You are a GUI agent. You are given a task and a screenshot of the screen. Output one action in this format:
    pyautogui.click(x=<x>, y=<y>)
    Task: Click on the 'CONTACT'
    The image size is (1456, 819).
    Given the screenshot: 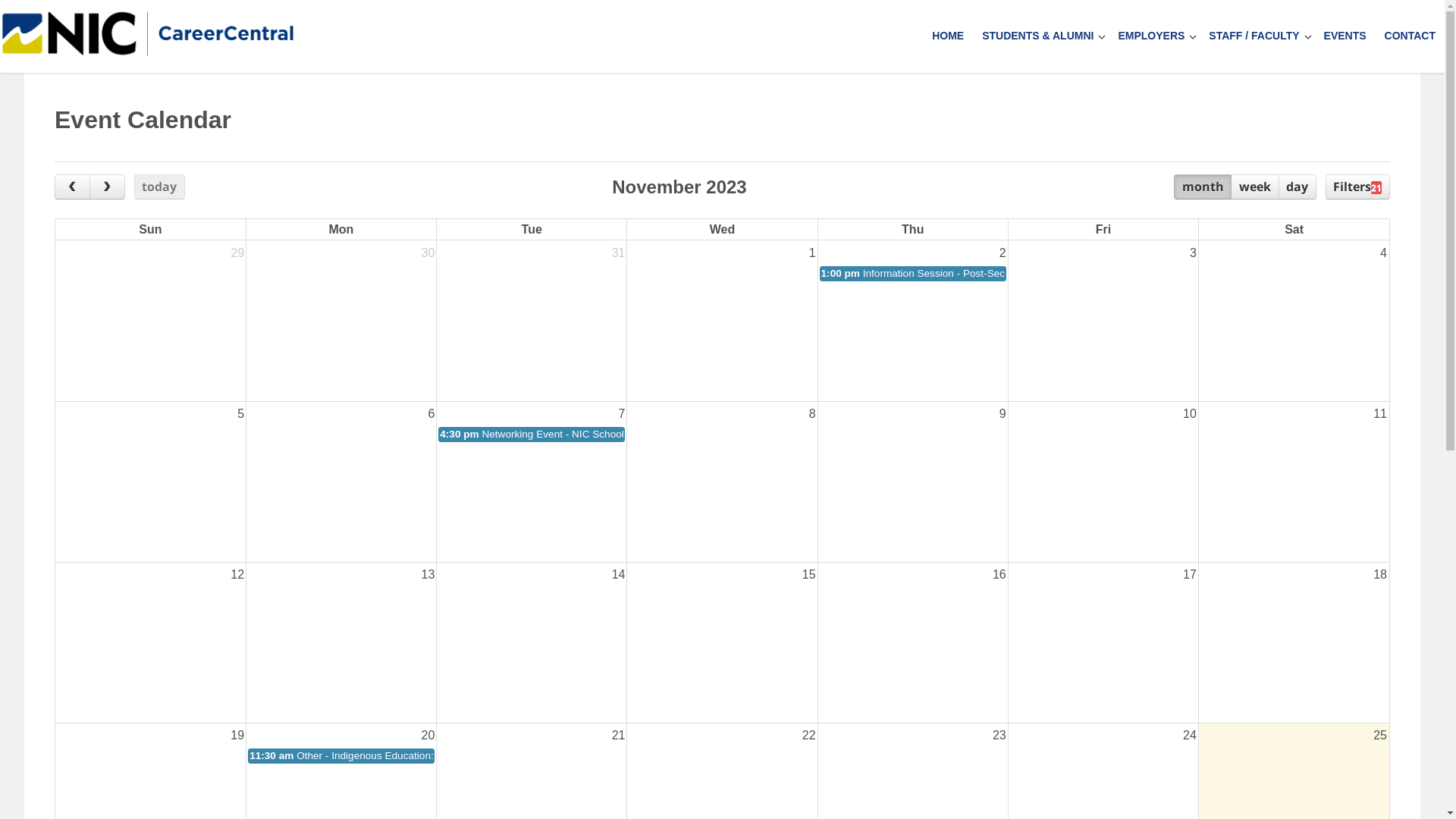 What is the action you would take?
    pyautogui.click(x=1409, y=35)
    